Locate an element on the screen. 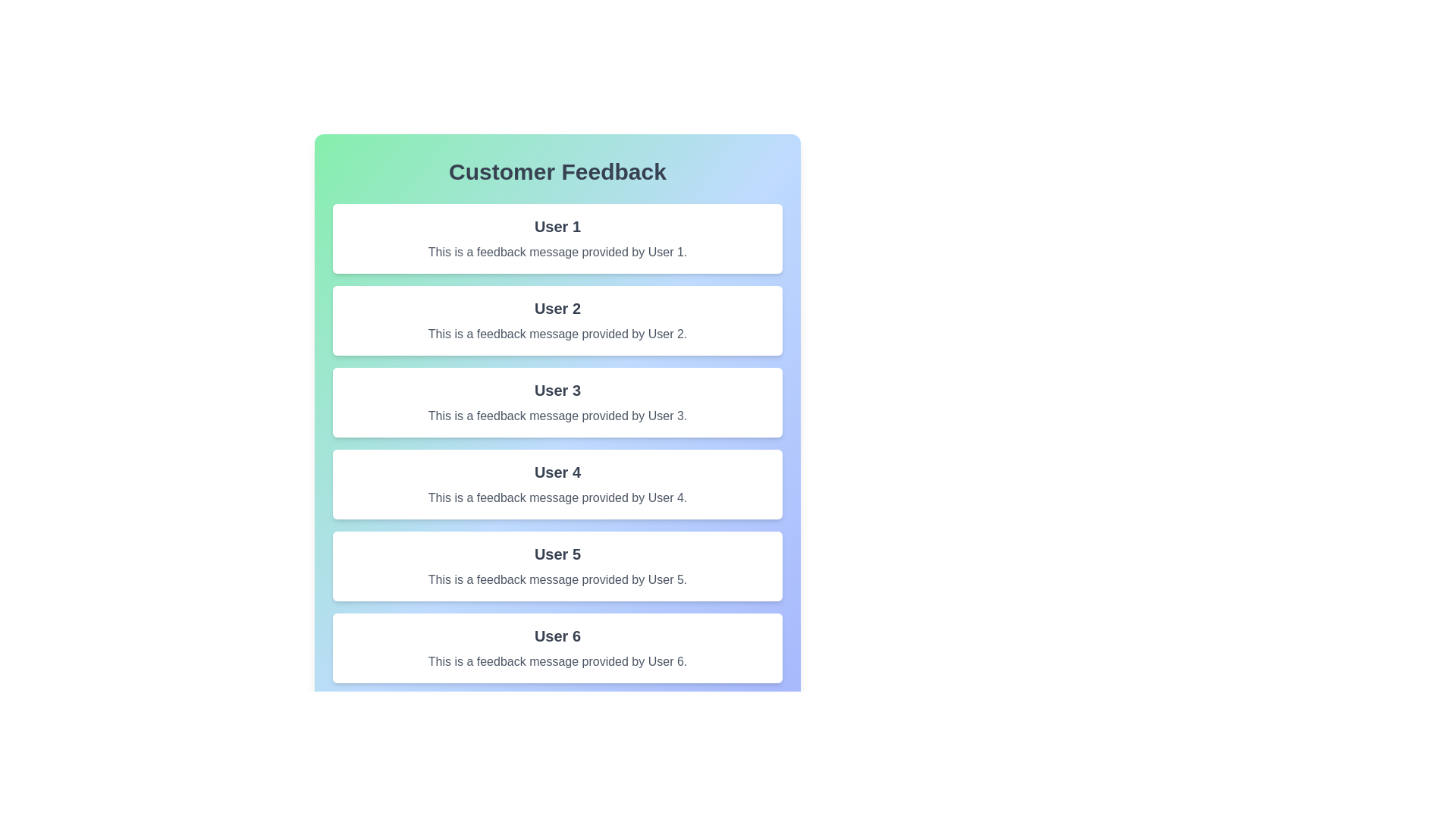 Image resolution: width=1456 pixels, height=819 pixels. the card element containing the title 'User 2' and the feedback message, which is the second rectangular section in a vertically stacked list is located at coordinates (557, 320).